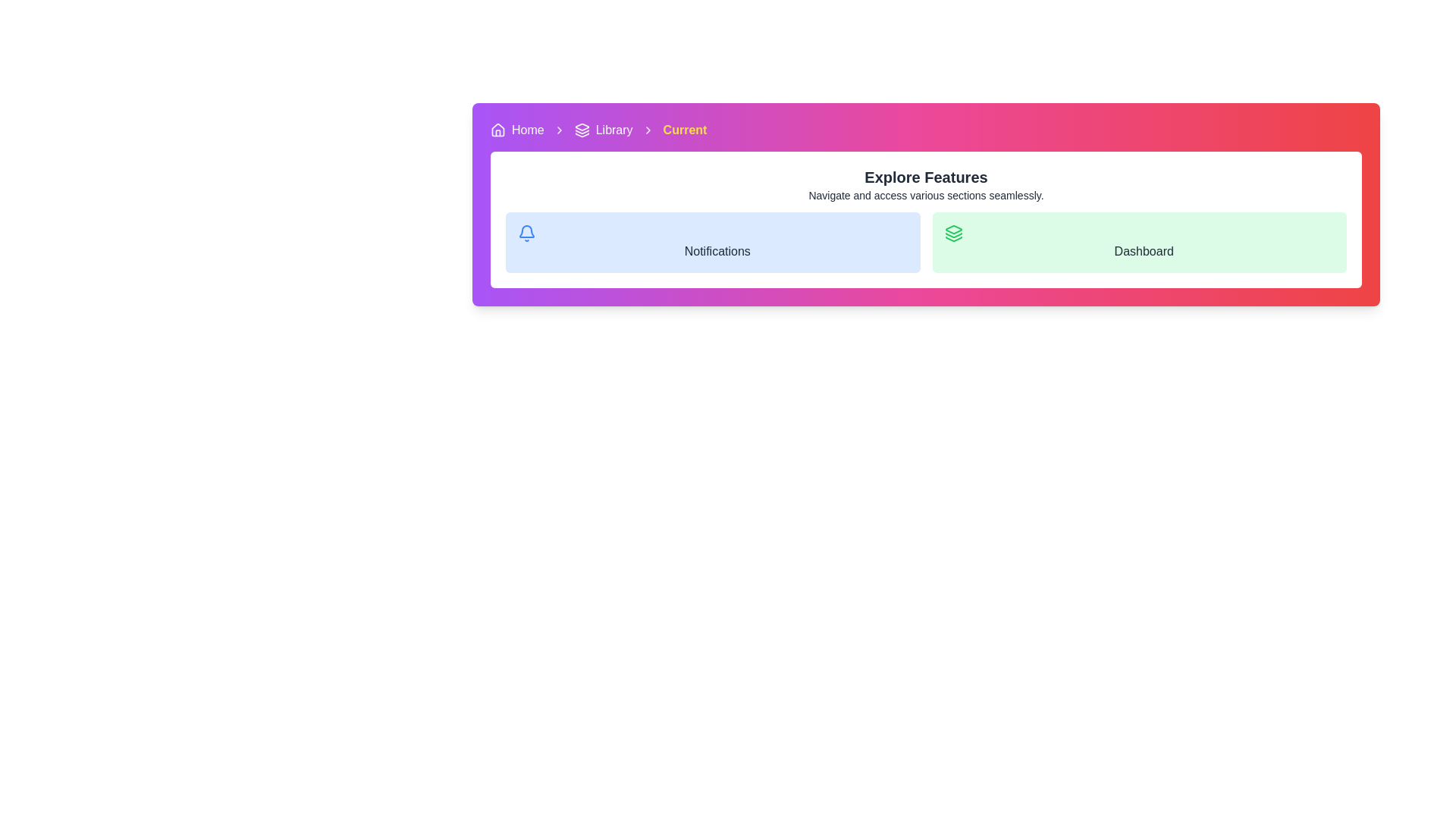  What do you see at coordinates (952, 235) in the screenshot?
I see `the middle layer of the stacked icon within the Dashboard button located in the Explore Features section` at bounding box center [952, 235].